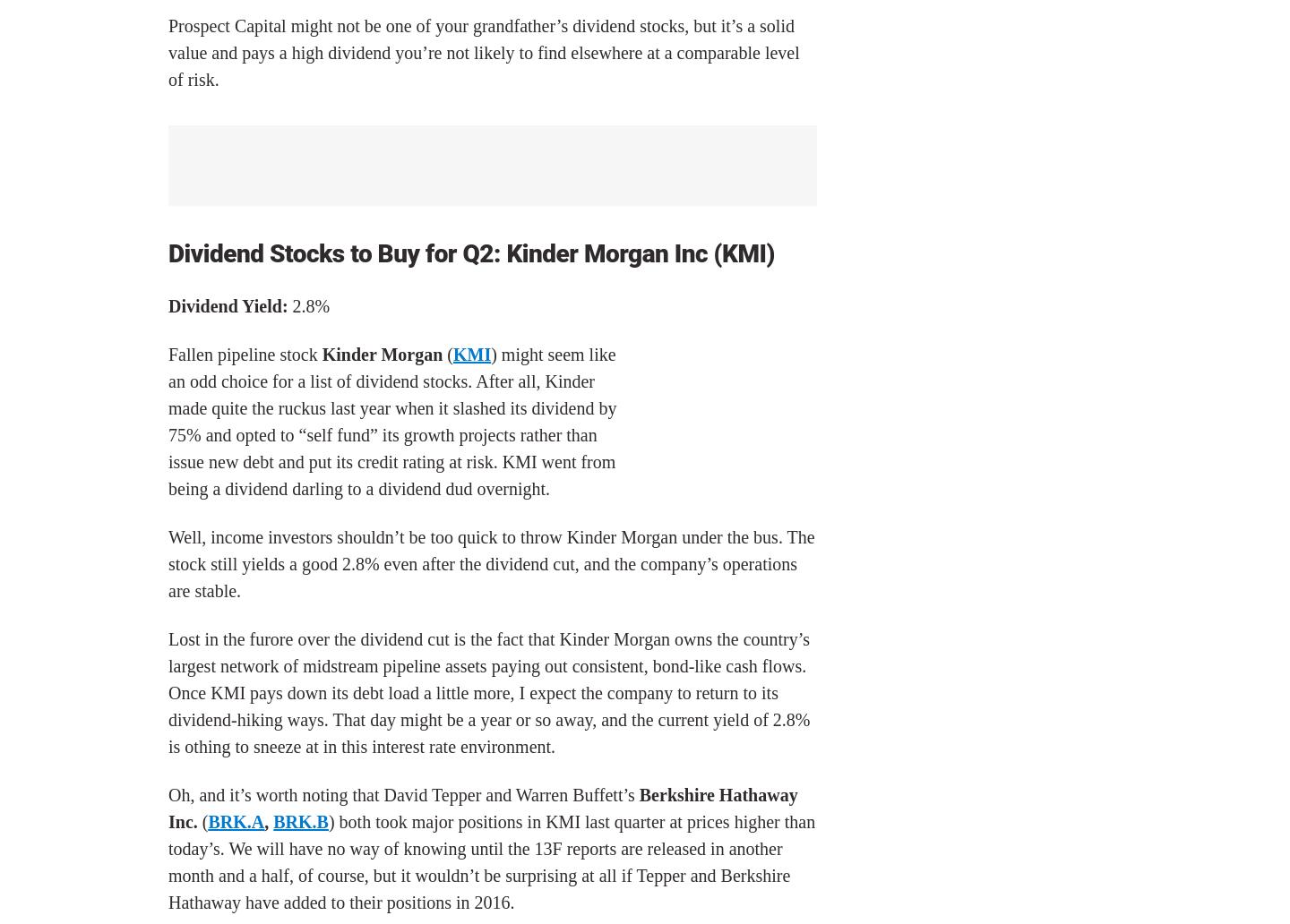  I want to click on 'Prospect Capital might not be one of your grandfather’s dividend stocks, but it’s a solid value and pays a high dividend you’re not likely to find elsewhere at a comparable level of risk.', so click(483, 53).